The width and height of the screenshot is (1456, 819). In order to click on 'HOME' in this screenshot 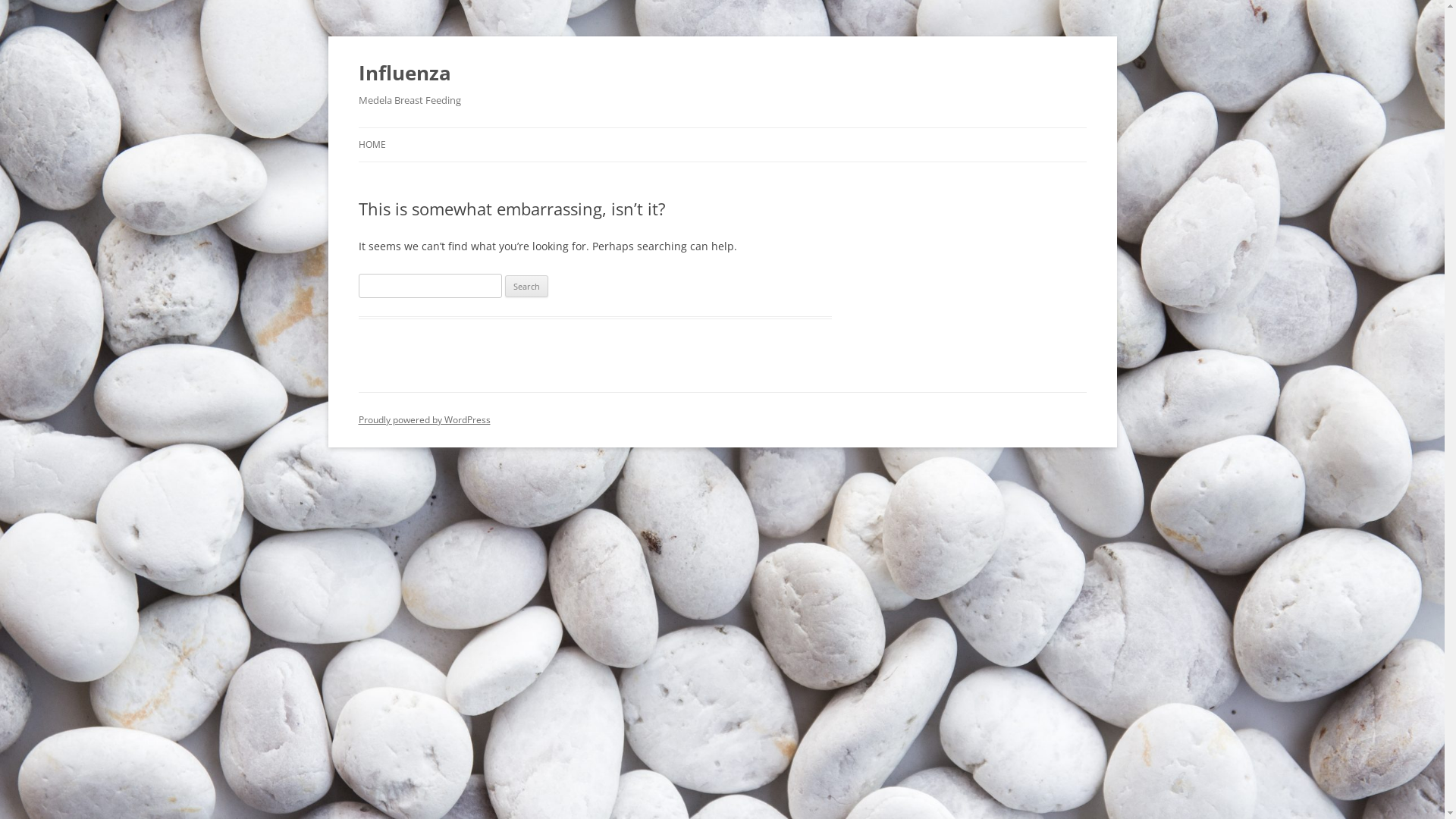, I will do `click(356, 145)`.